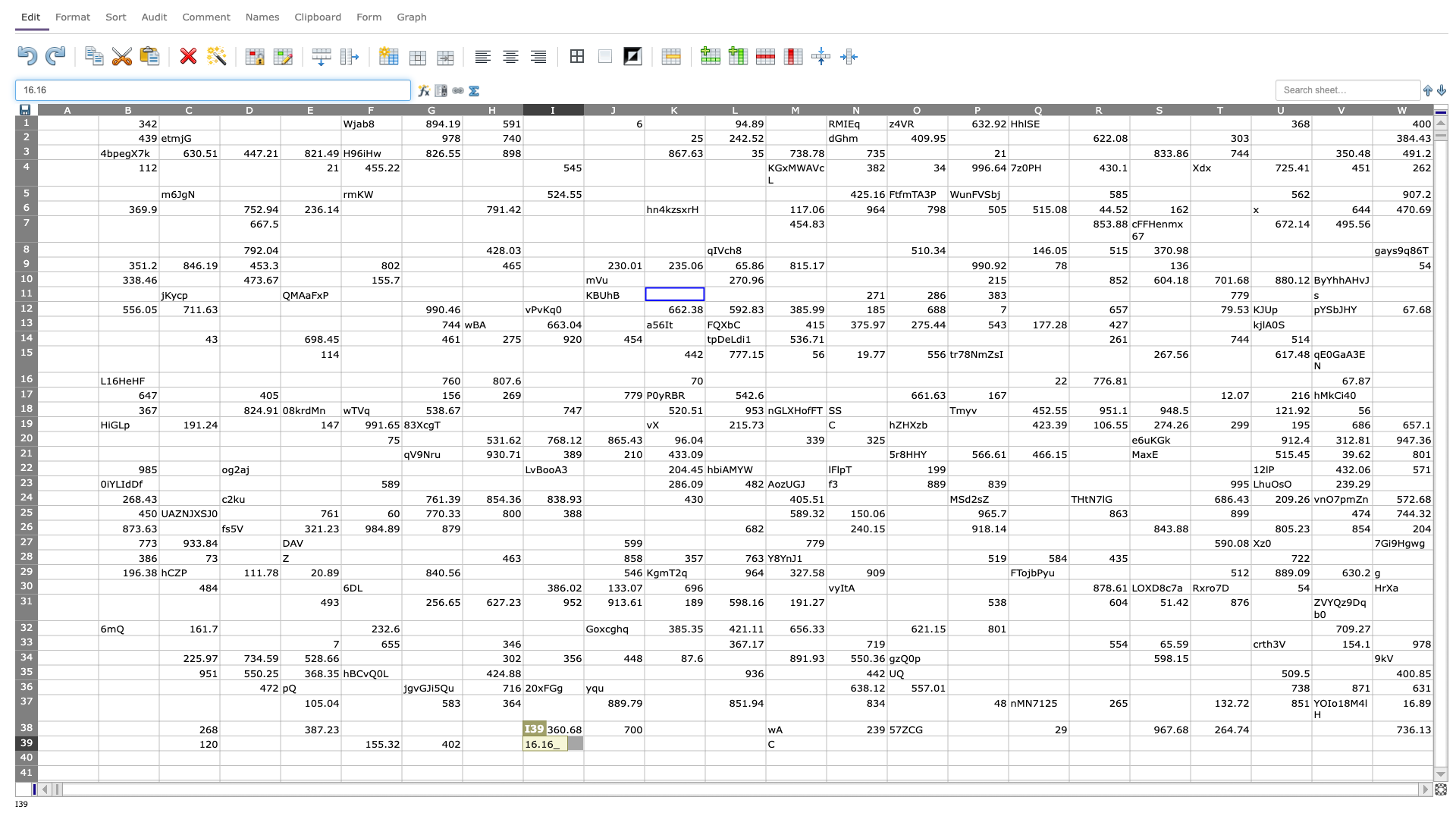 This screenshot has height=819, width=1456. Describe the element at coordinates (582, 742) in the screenshot. I see `Left margin of J39` at that location.